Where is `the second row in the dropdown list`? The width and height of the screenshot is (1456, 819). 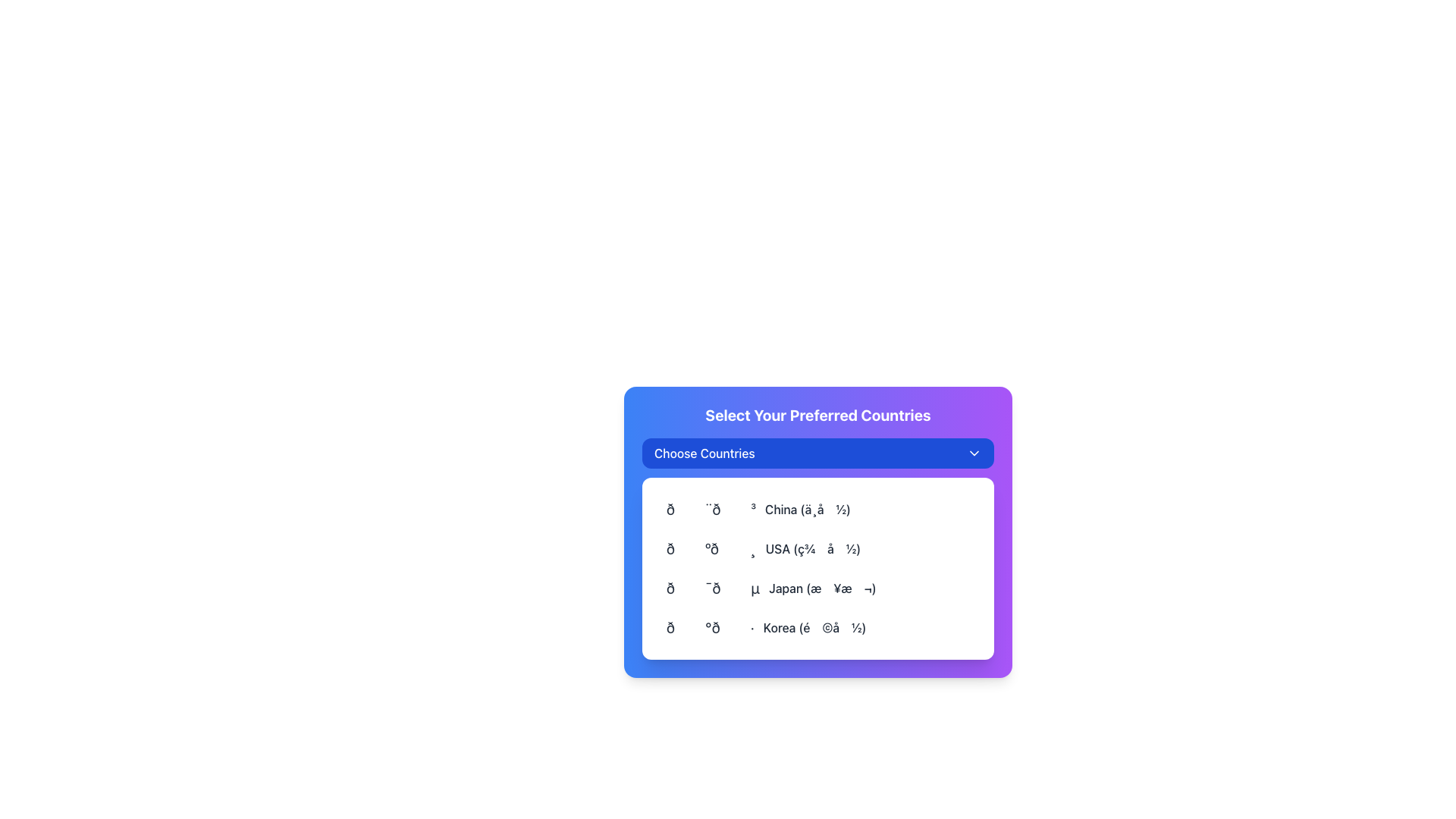 the second row in the dropdown list is located at coordinates (817, 549).